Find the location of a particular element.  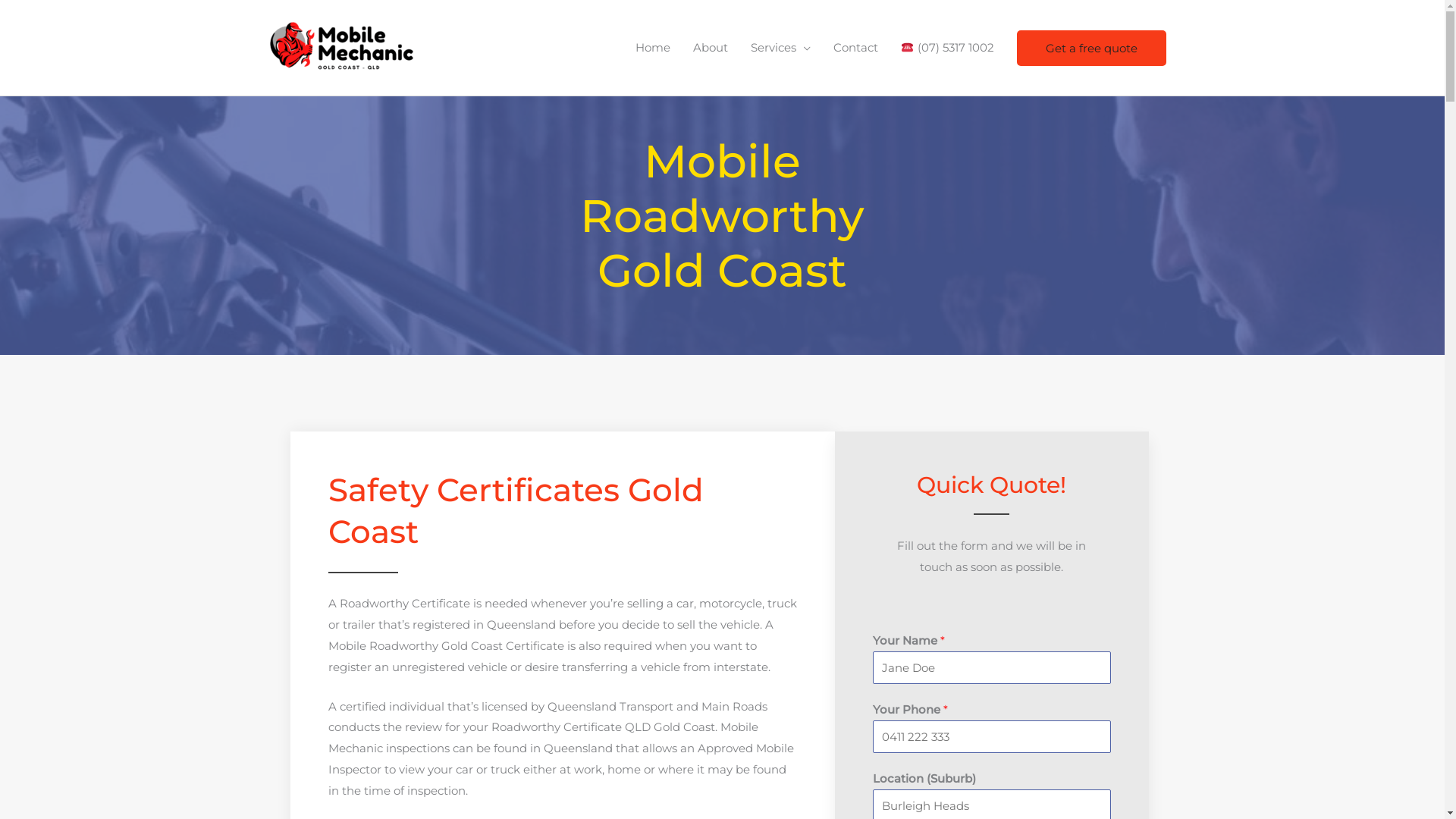

'Contact' is located at coordinates (855, 46).